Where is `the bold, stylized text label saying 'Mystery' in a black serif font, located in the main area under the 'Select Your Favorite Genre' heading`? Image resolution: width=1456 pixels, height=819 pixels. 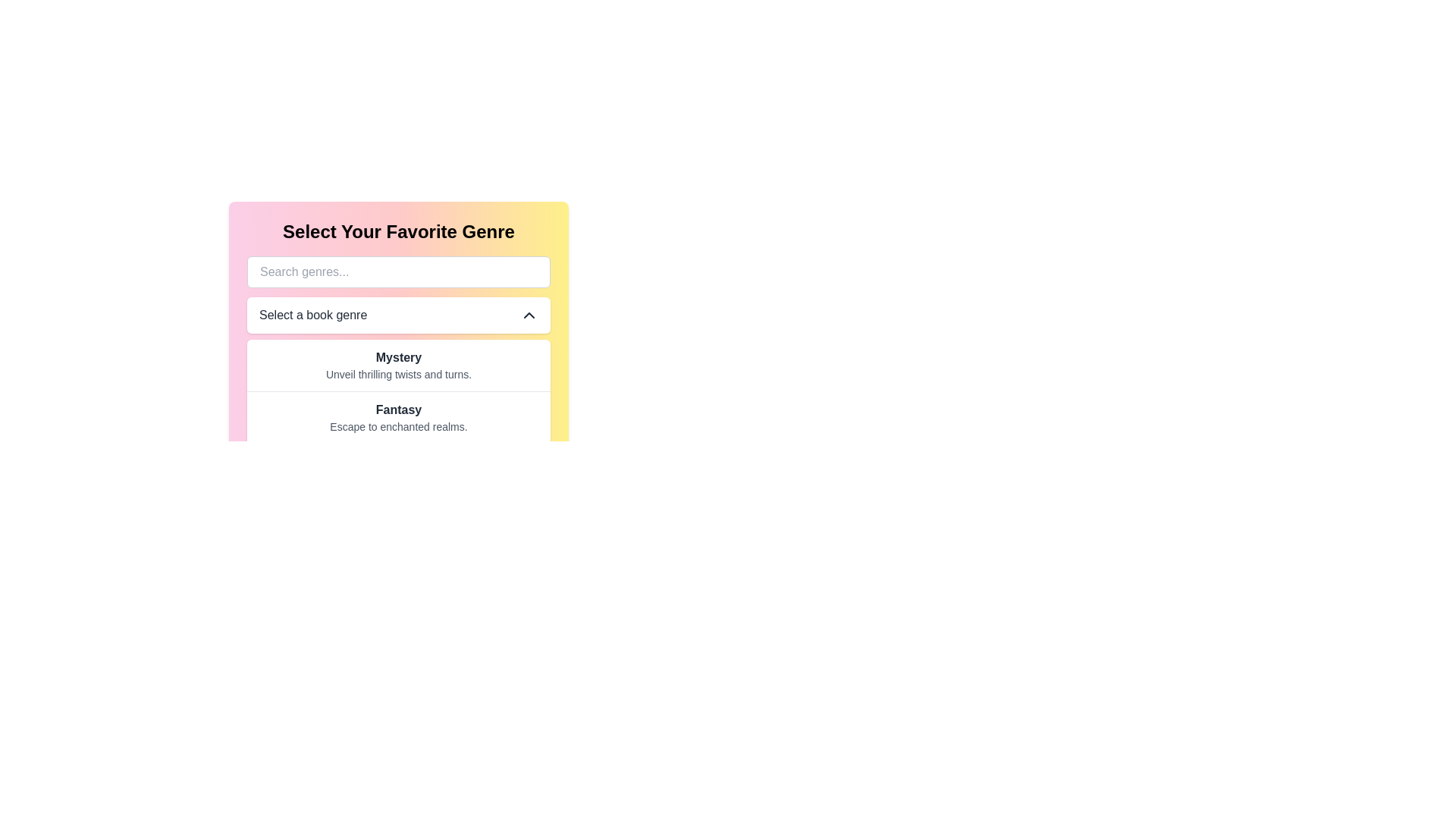 the bold, stylized text label saying 'Mystery' in a black serif font, located in the main area under the 'Select Your Favorite Genre' heading is located at coordinates (399, 357).